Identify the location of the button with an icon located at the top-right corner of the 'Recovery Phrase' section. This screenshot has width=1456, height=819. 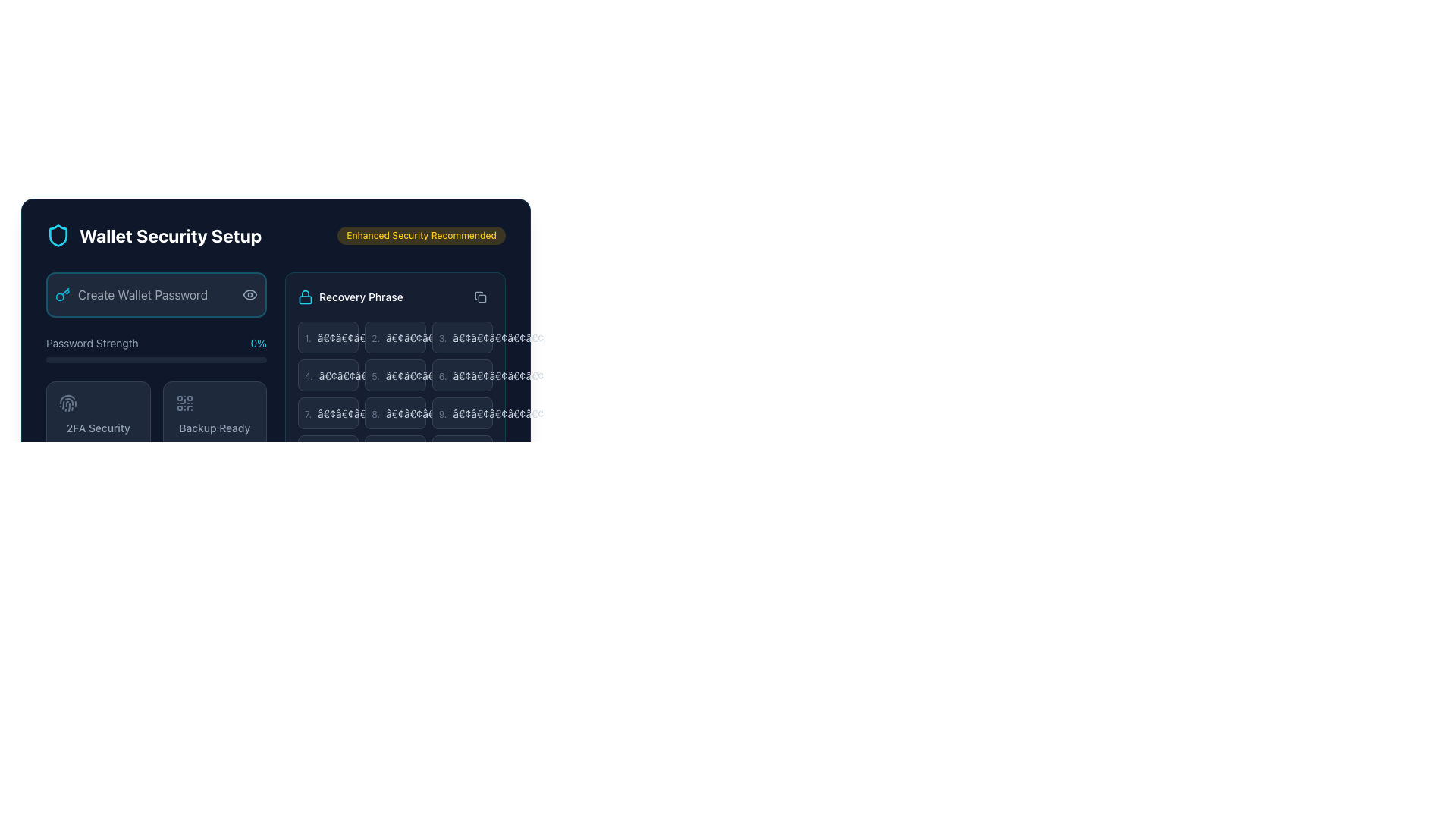
(479, 297).